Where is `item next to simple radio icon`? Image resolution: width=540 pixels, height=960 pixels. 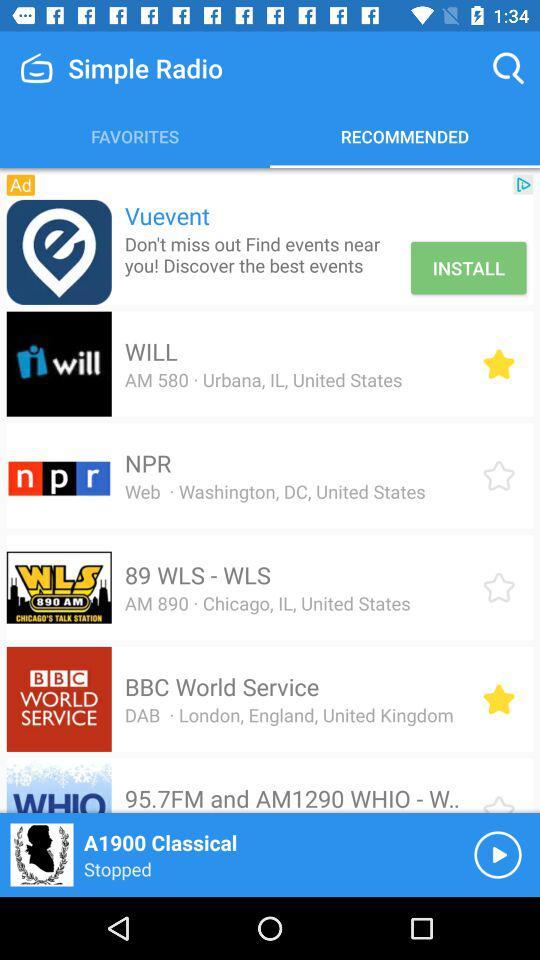
item next to simple radio icon is located at coordinates (508, 68).